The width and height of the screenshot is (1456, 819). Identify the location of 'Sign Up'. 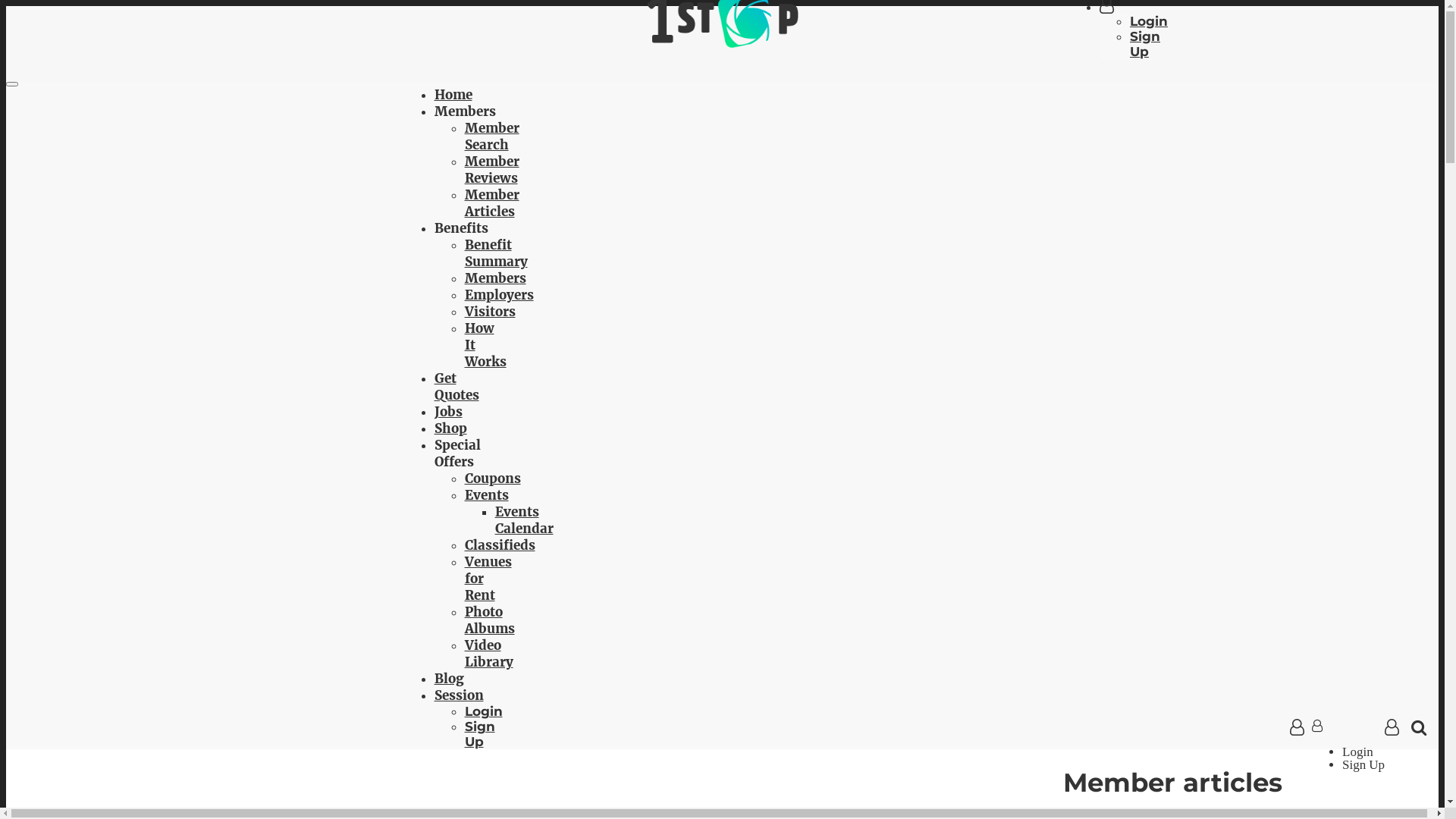
(479, 733).